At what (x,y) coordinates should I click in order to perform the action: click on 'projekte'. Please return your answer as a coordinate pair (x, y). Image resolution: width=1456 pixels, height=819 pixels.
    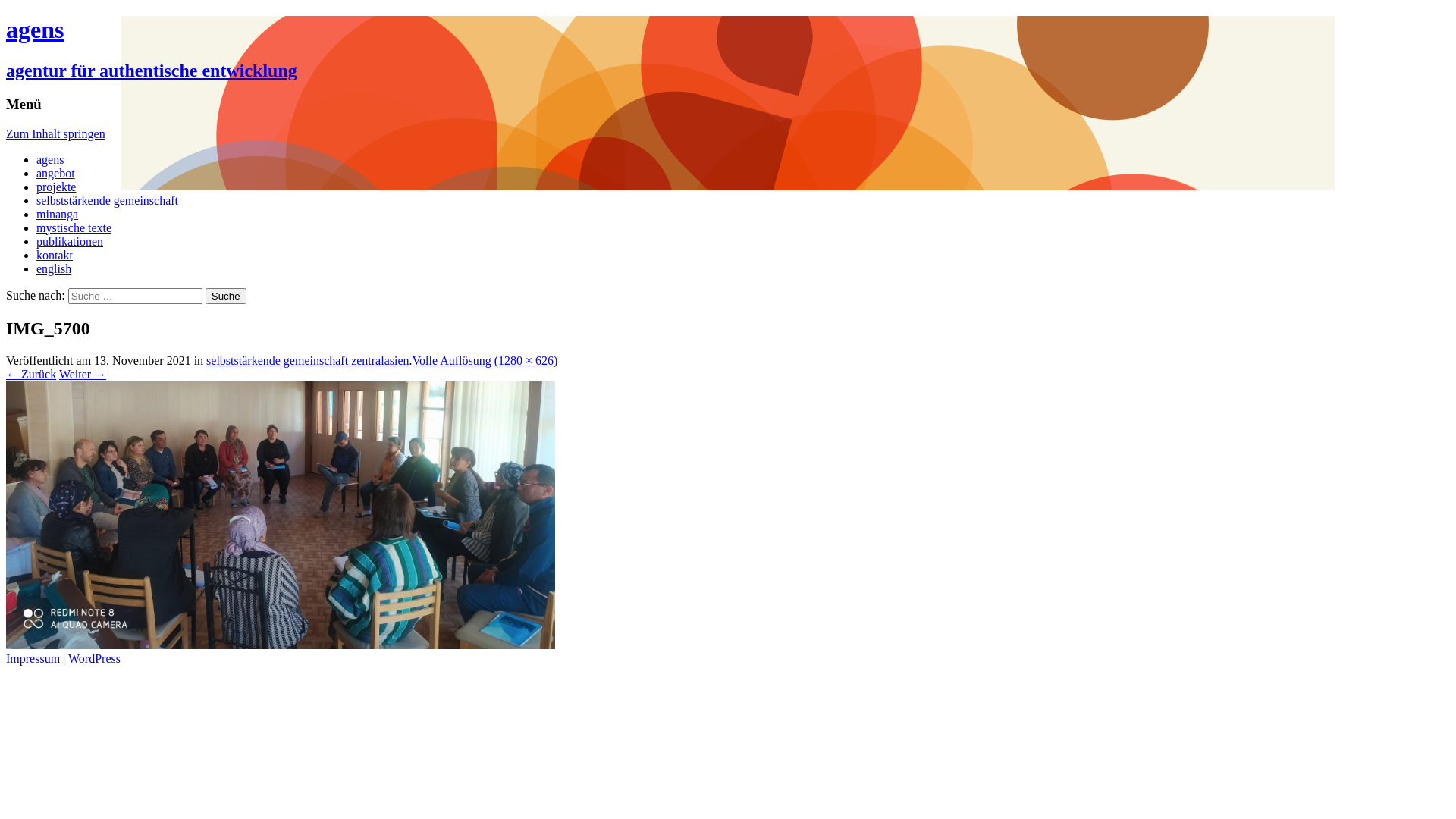
    Looking at the image, I should click on (55, 186).